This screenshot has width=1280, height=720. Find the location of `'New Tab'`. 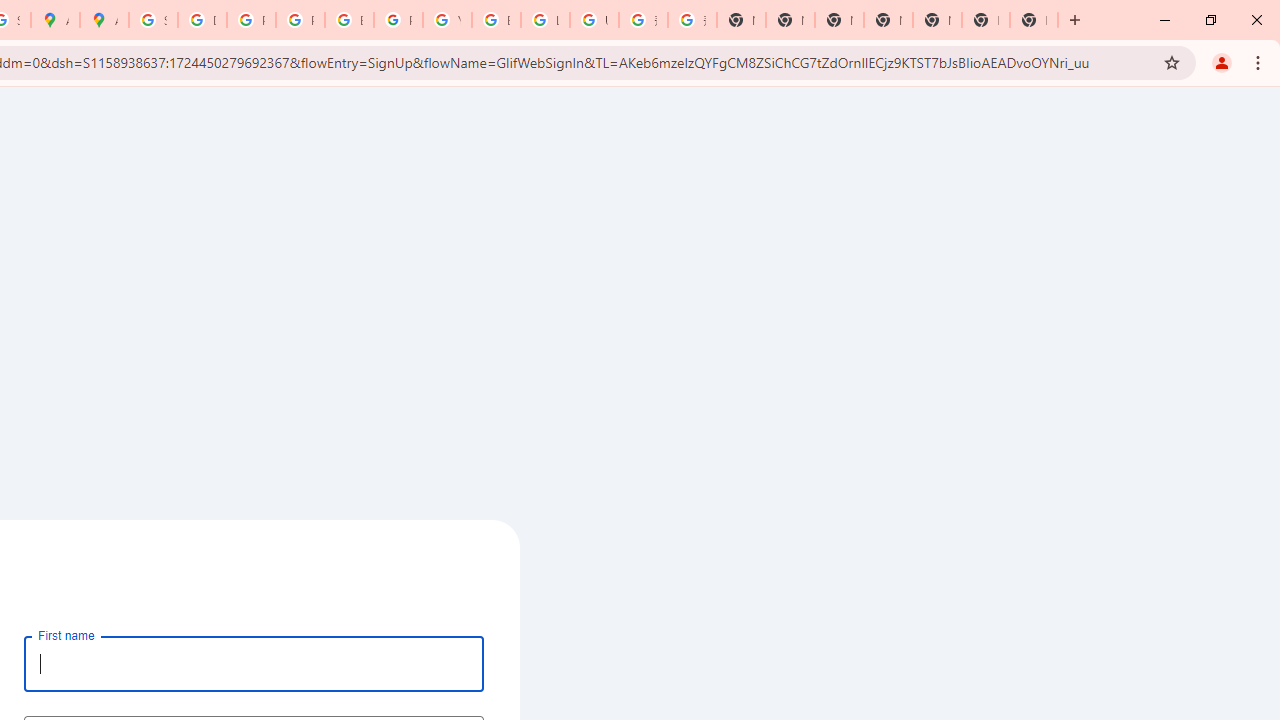

'New Tab' is located at coordinates (1034, 20).